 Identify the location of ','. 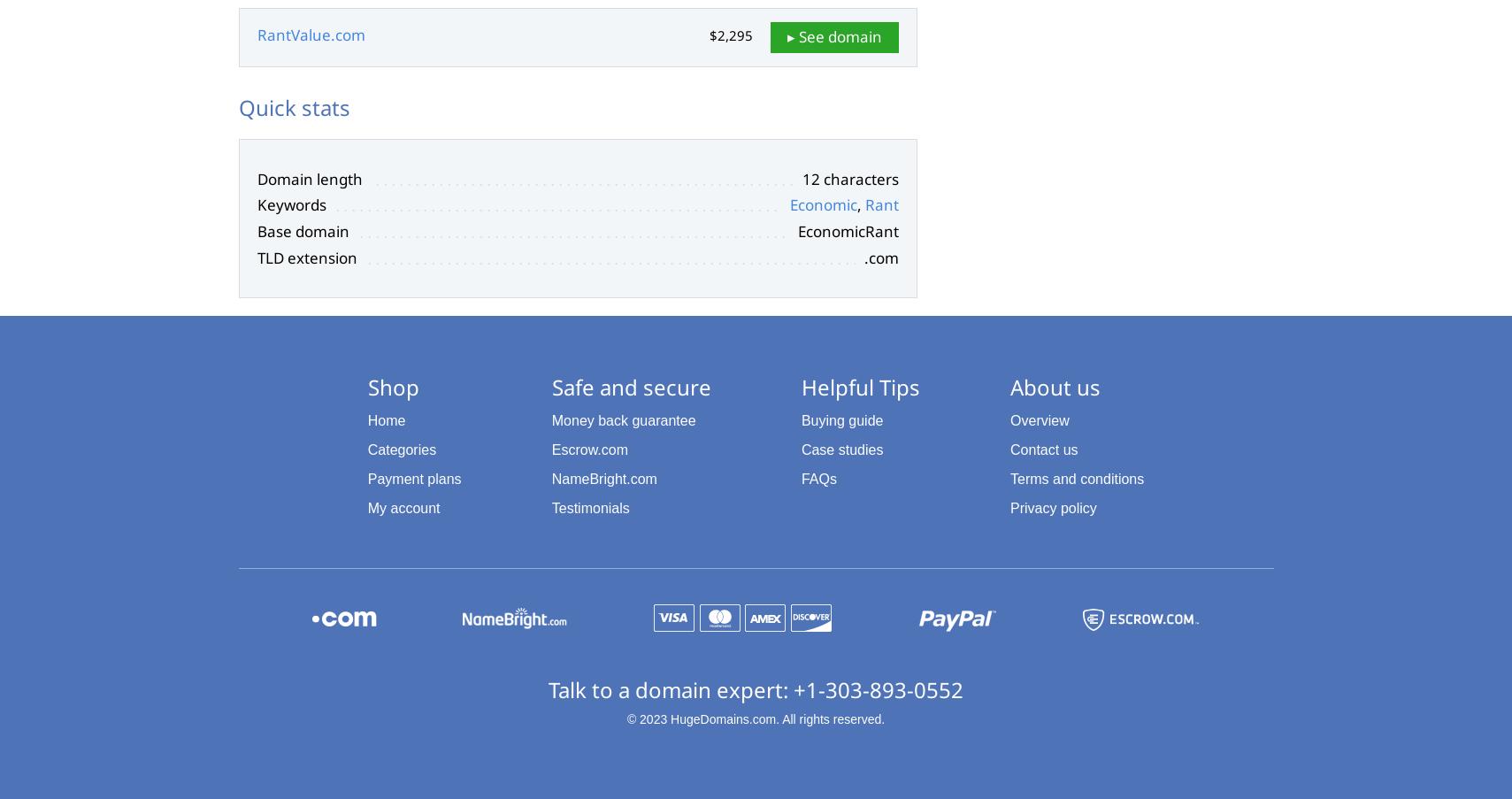
(860, 204).